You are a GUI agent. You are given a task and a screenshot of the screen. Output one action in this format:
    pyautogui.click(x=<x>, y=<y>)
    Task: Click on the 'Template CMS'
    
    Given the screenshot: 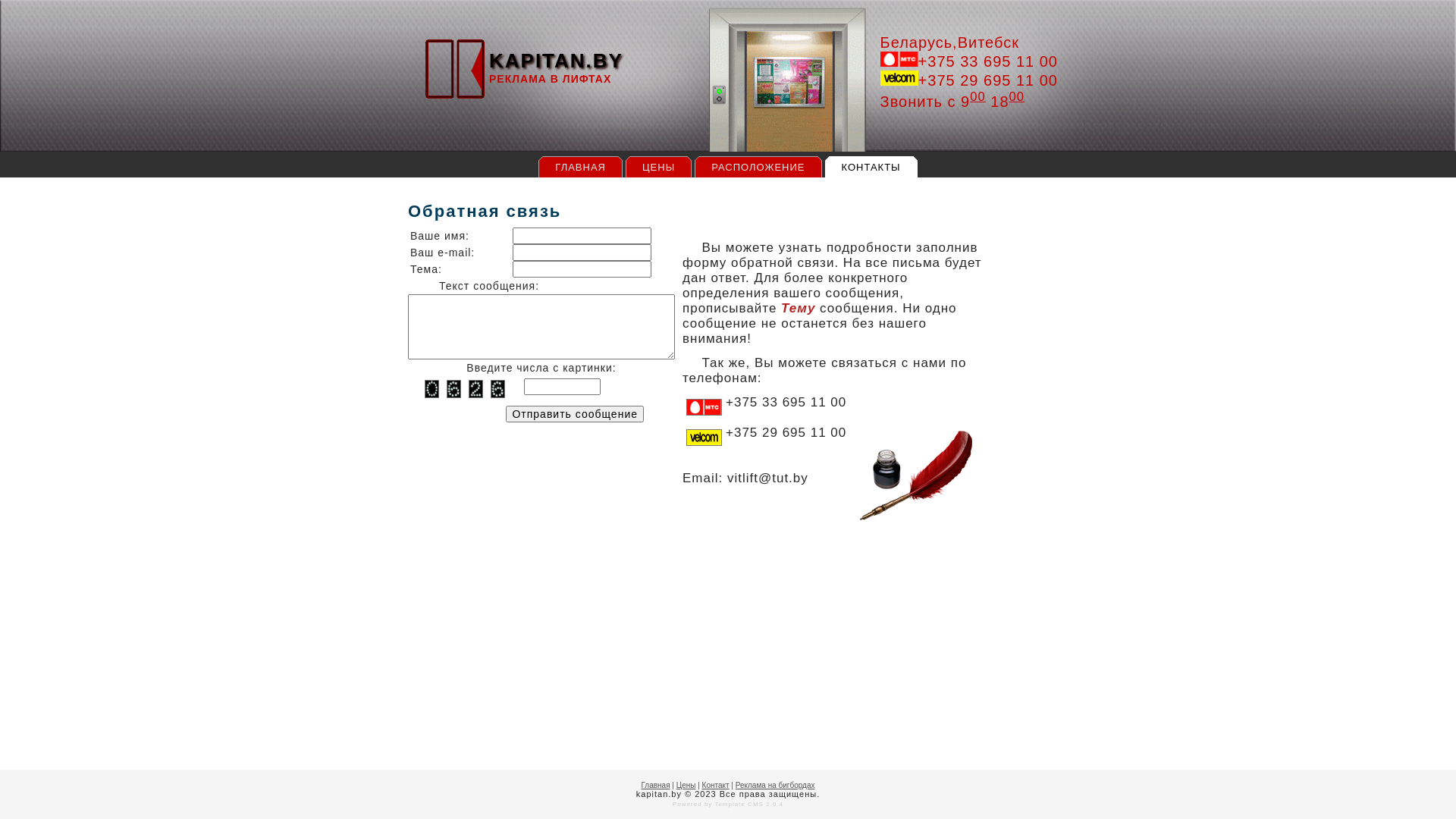 What is the action you would take?
    pyautogui.click(x=739, y=803)
    